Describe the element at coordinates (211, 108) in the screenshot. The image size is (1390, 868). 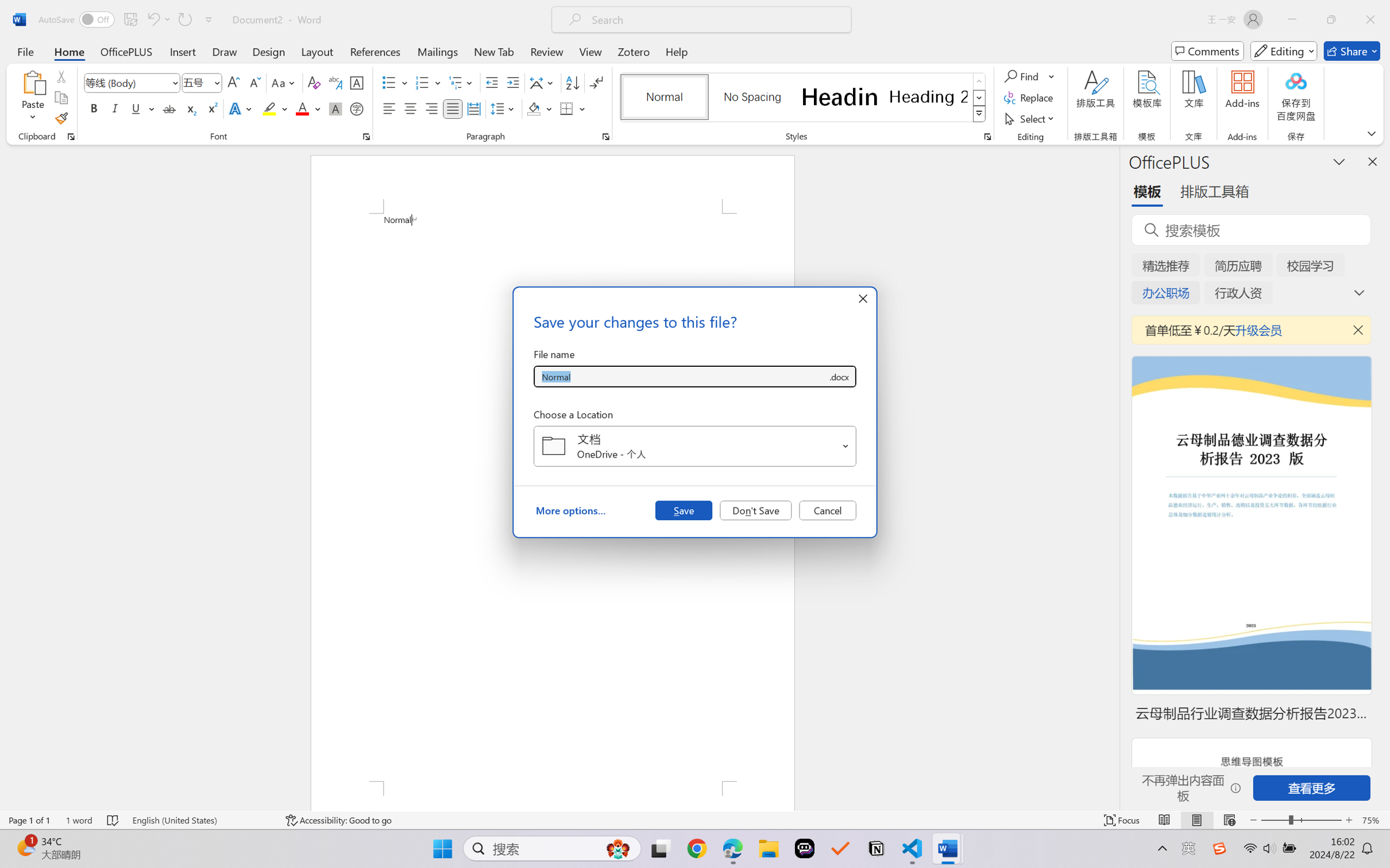
I see `'Superscript'` at that location.